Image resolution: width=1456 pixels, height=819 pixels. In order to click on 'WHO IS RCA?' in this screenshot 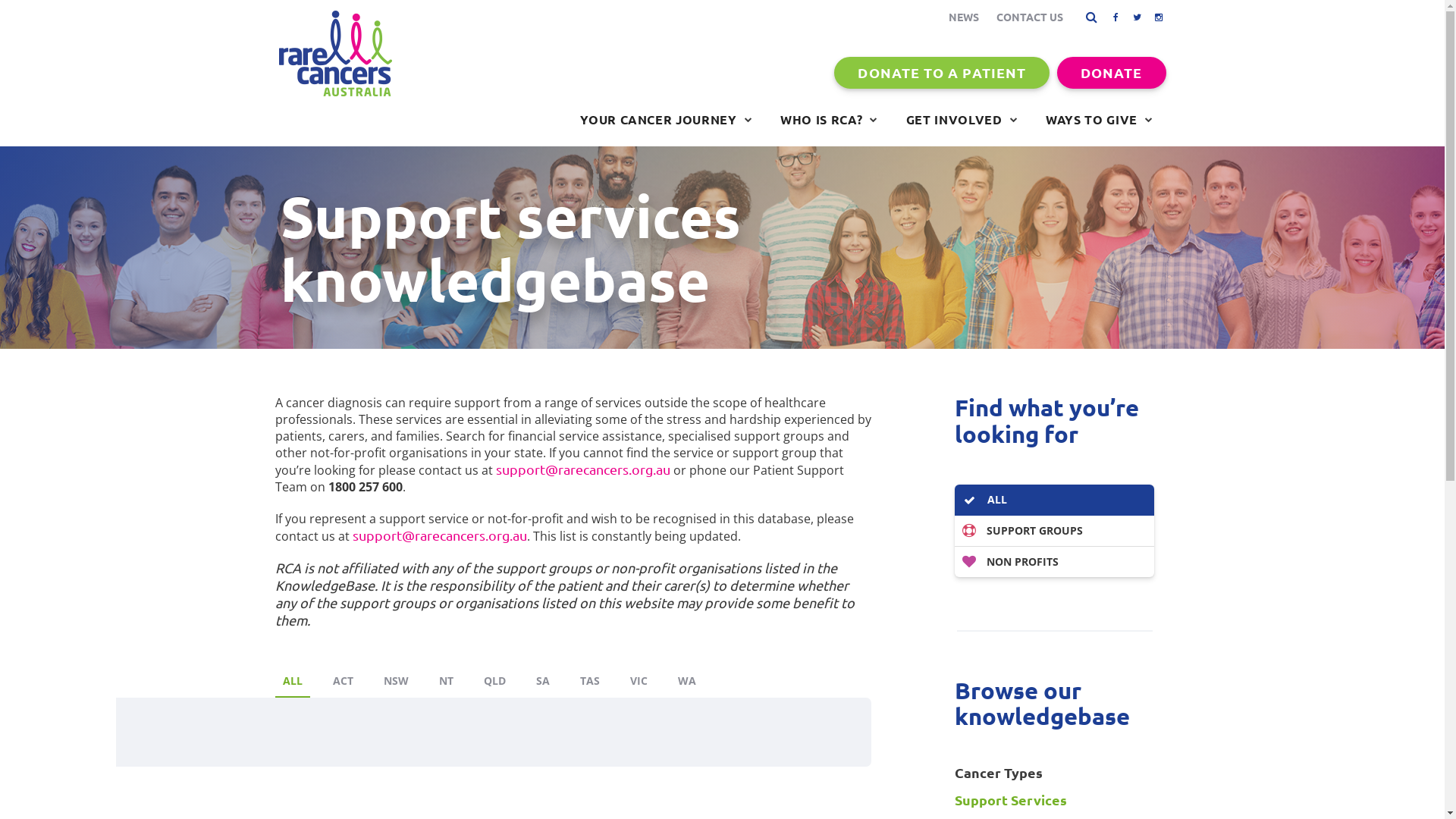, I will do `click(828, 119)`.